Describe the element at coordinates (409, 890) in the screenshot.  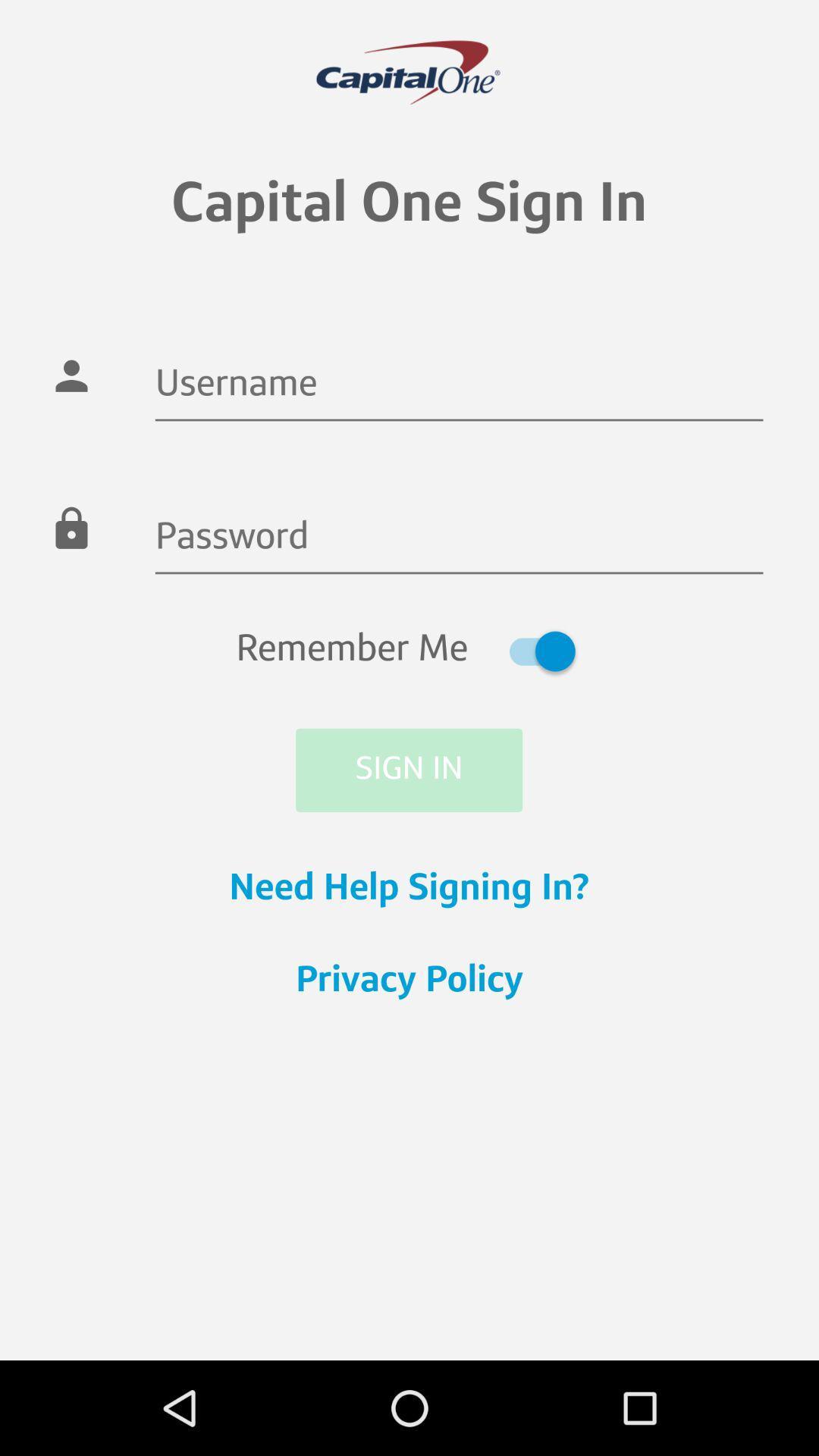
I see `item above the privacy policy item` at that location.